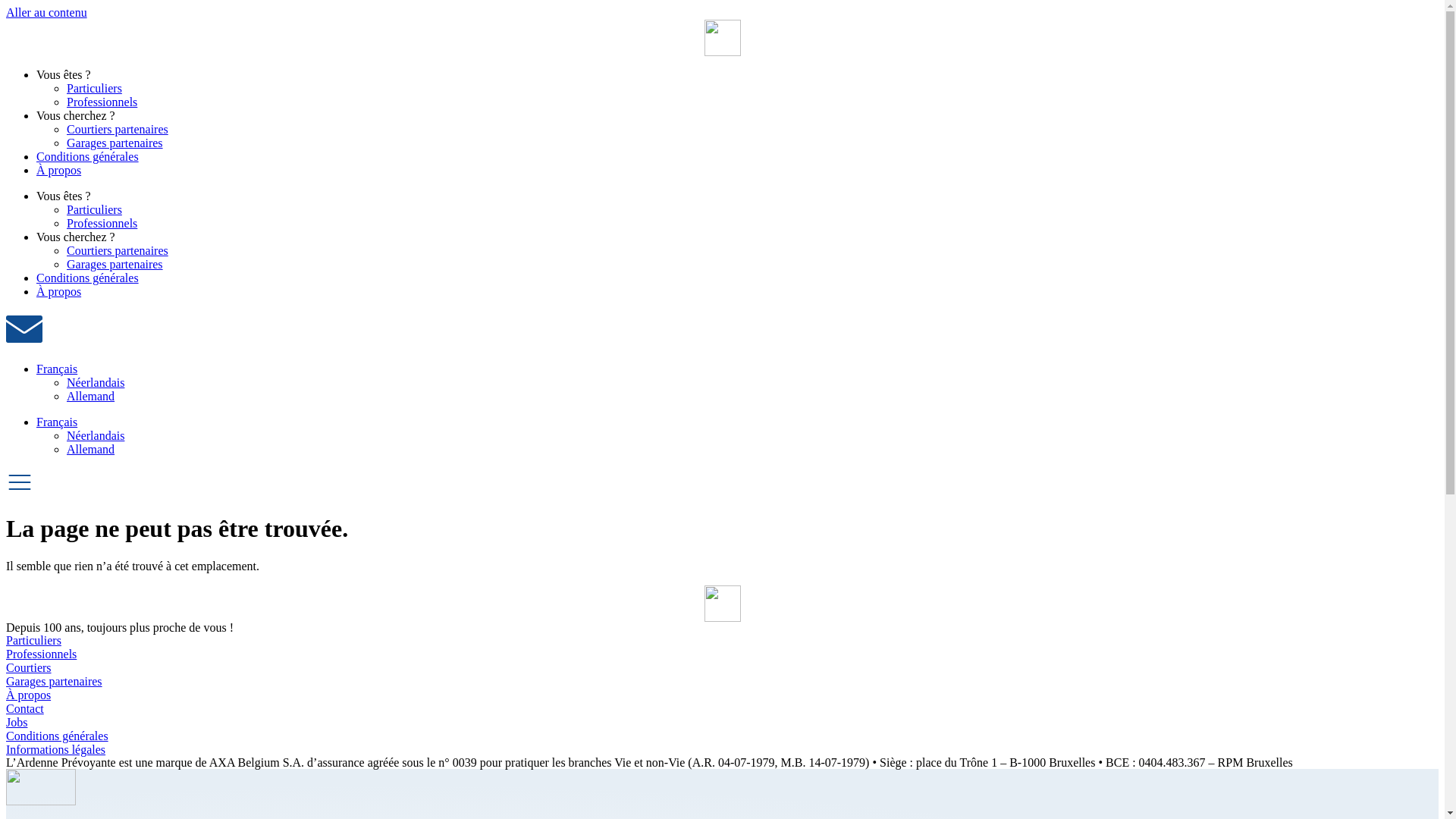  I want to click on 'Particuliers', so click(721, 640).